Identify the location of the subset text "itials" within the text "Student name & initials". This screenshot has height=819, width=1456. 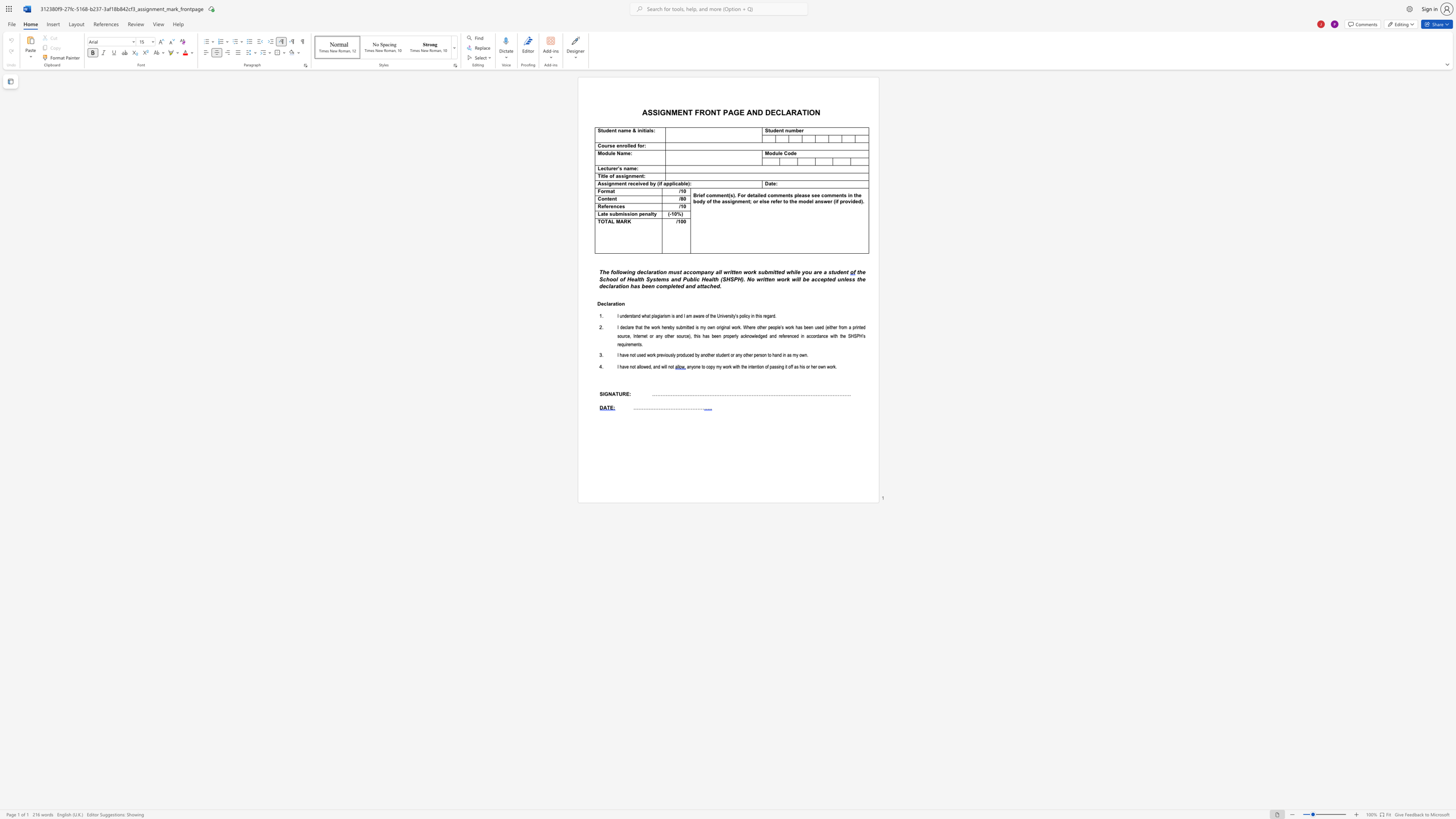
(641, 130).